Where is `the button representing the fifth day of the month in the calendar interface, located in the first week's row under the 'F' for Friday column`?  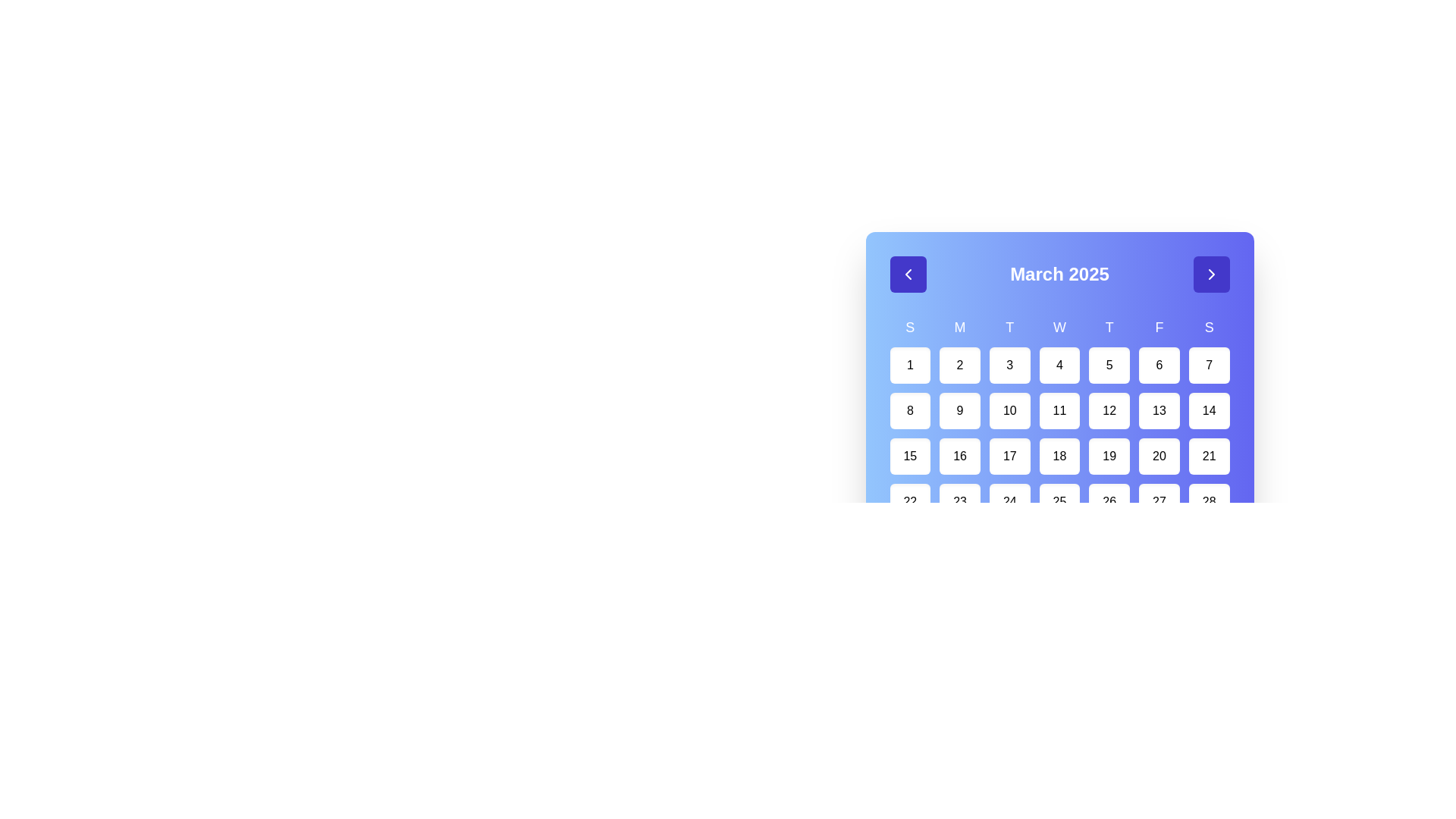 the button representing the fifth day of the month in the calendar interface, located in the first week's row under the 'F' for Friday column is located at coordinates (1109, 366).